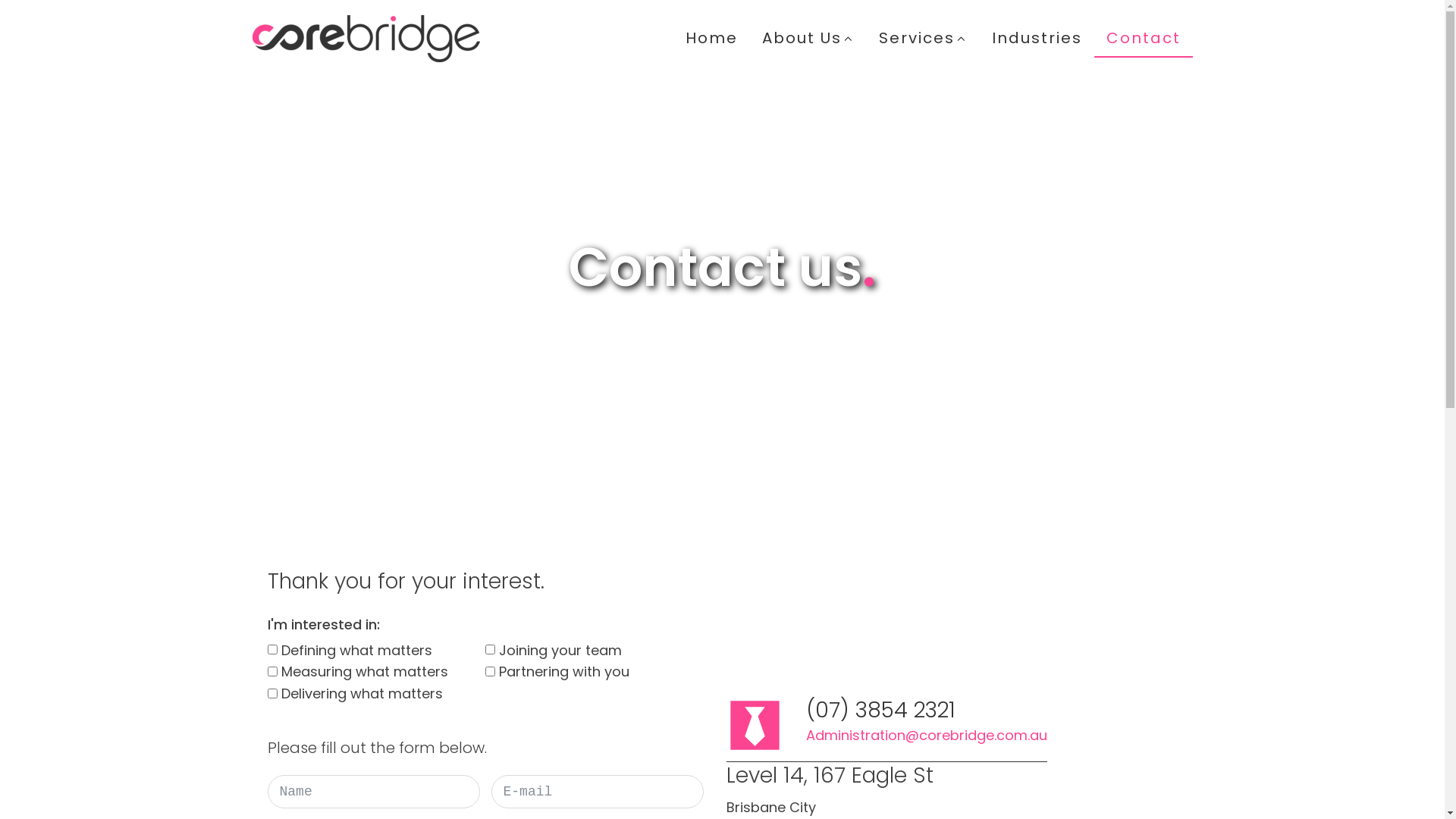  What do you see at coordinates (807, 37) in the screenshot?
I see `'About Us'` at bounding box center [807, 37].